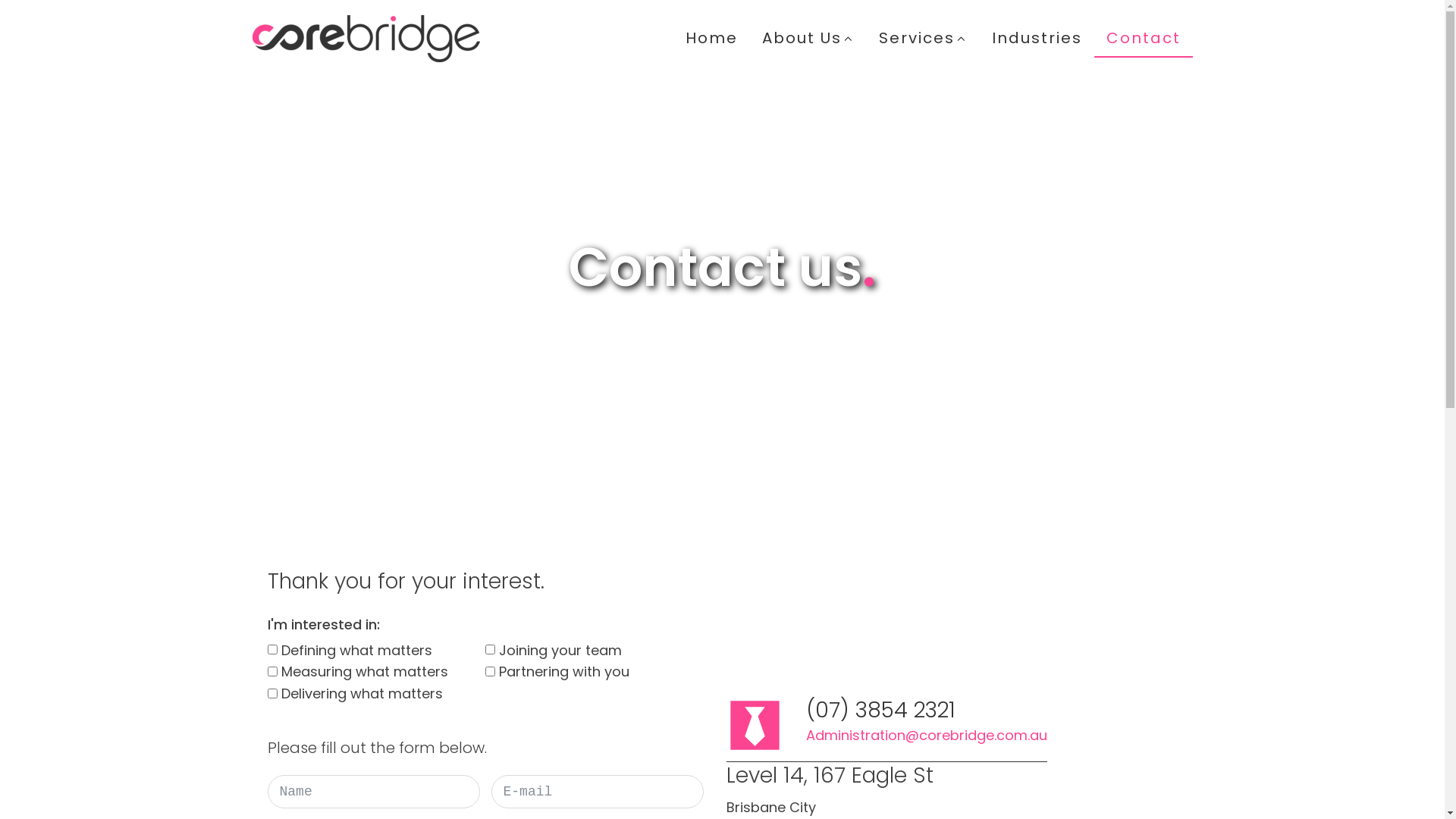  What do you see at coordinates (807, 37) in the screenshot?
I see `'About Us'` at bounding box center [807, 37].